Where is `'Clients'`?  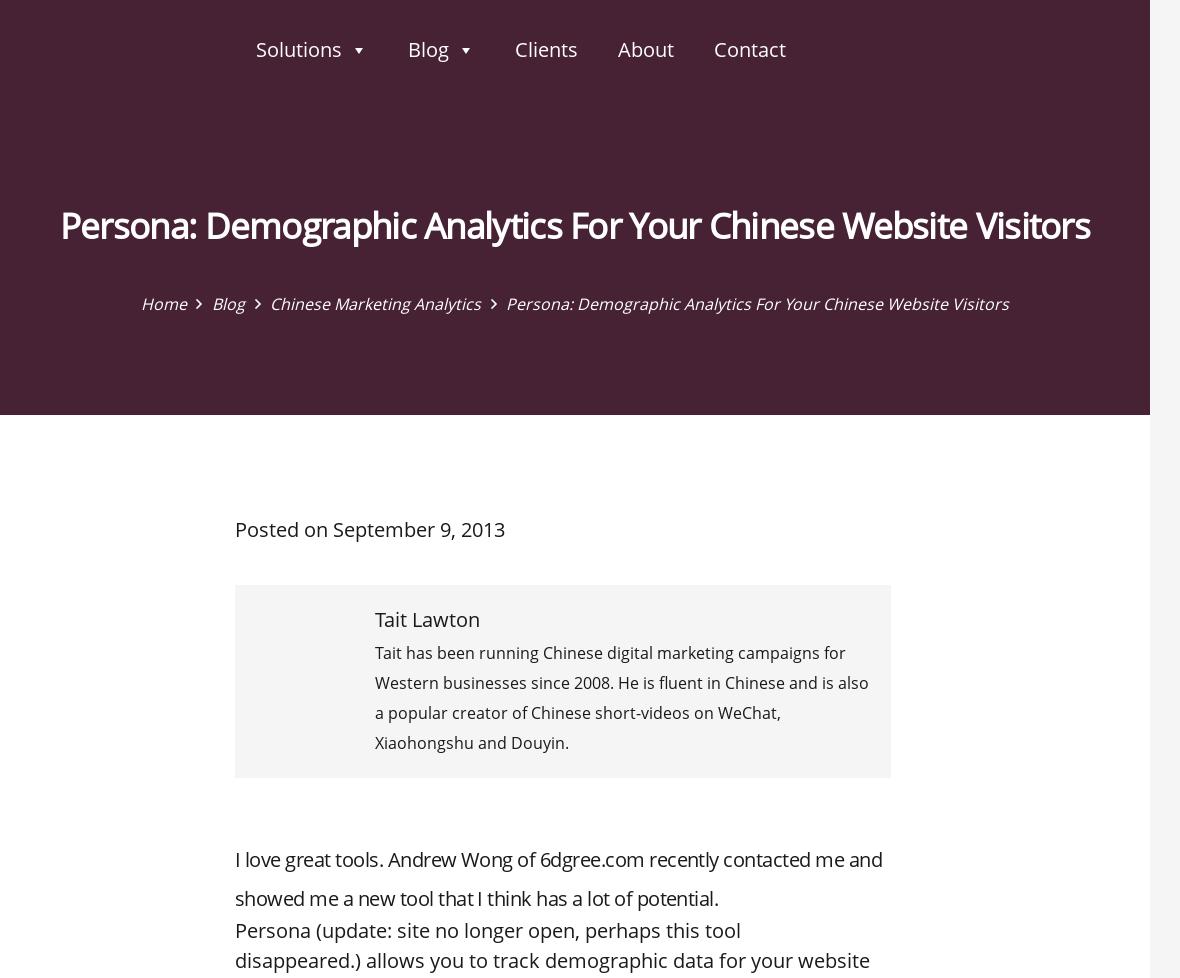
'Clients' is located at coordinates (514, 49).